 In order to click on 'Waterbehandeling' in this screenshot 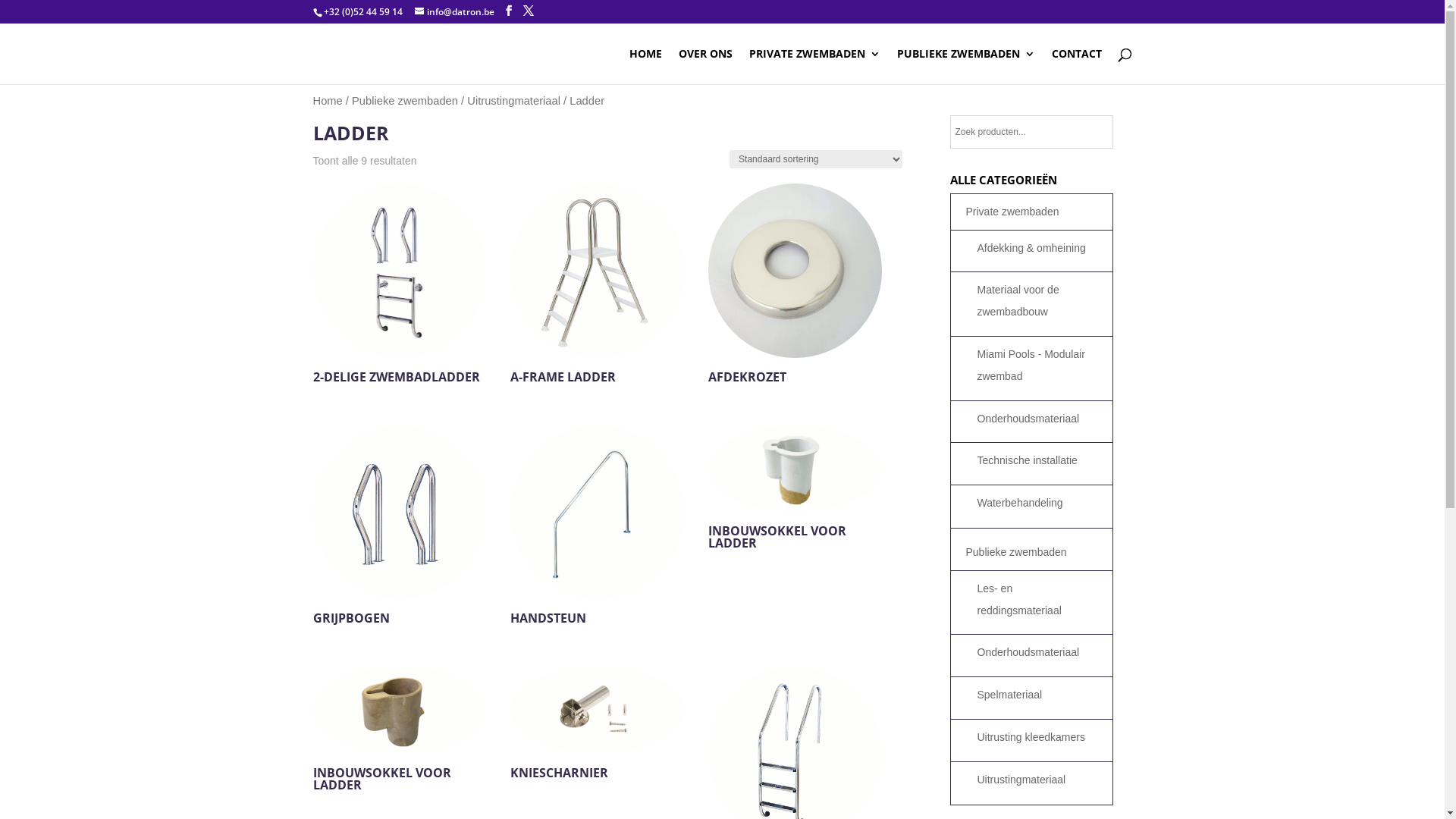, I will do `click(1036, 503)`.